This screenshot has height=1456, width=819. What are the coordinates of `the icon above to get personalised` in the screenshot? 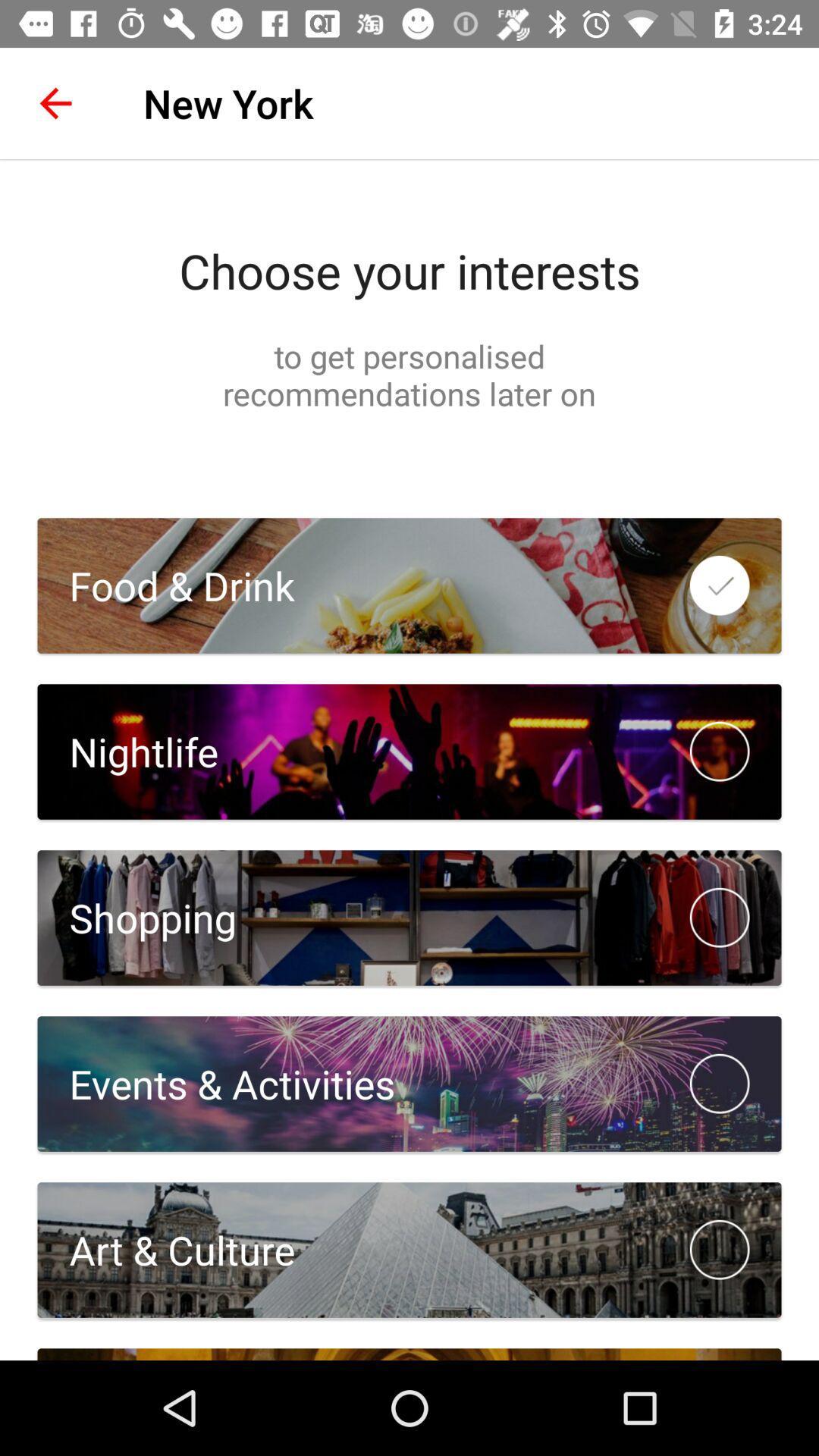 It's located at (409, 270).